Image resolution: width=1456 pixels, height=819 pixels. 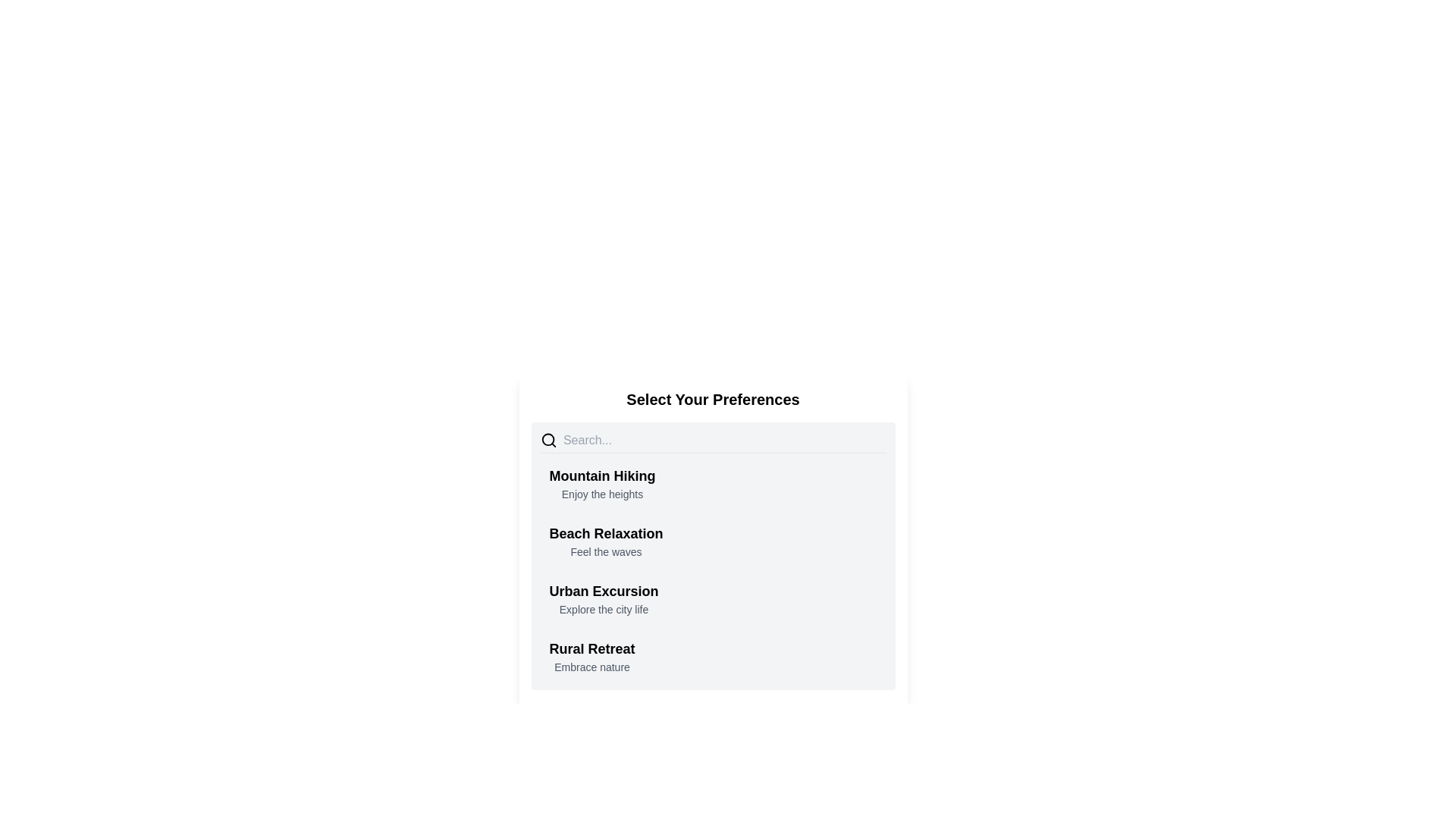 What do you see at coordinates (712, 656) in the screenshot?
I see `the 'Rural Retreat' preference in the list of options` at bounding box center [712, 656].